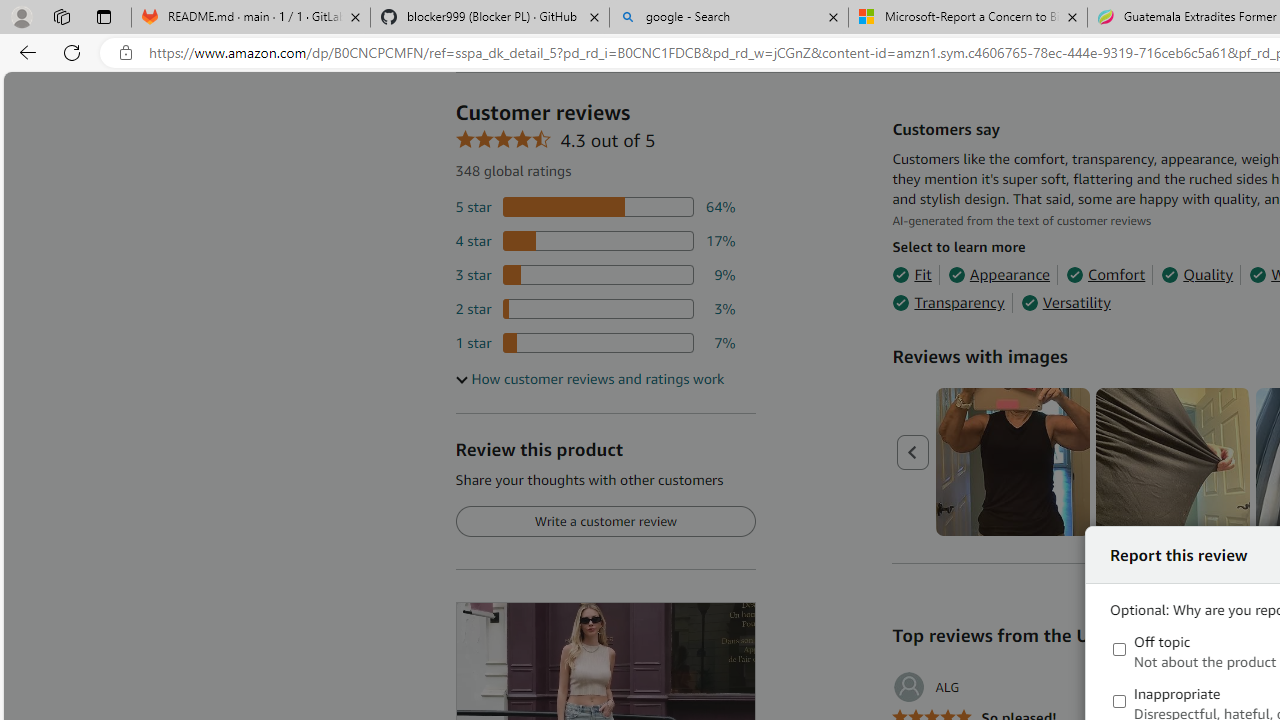  Describe the element at coordinates (594, 240) in the screenshot. I see `'17 percent of reviews have 4 stars'` at that location.